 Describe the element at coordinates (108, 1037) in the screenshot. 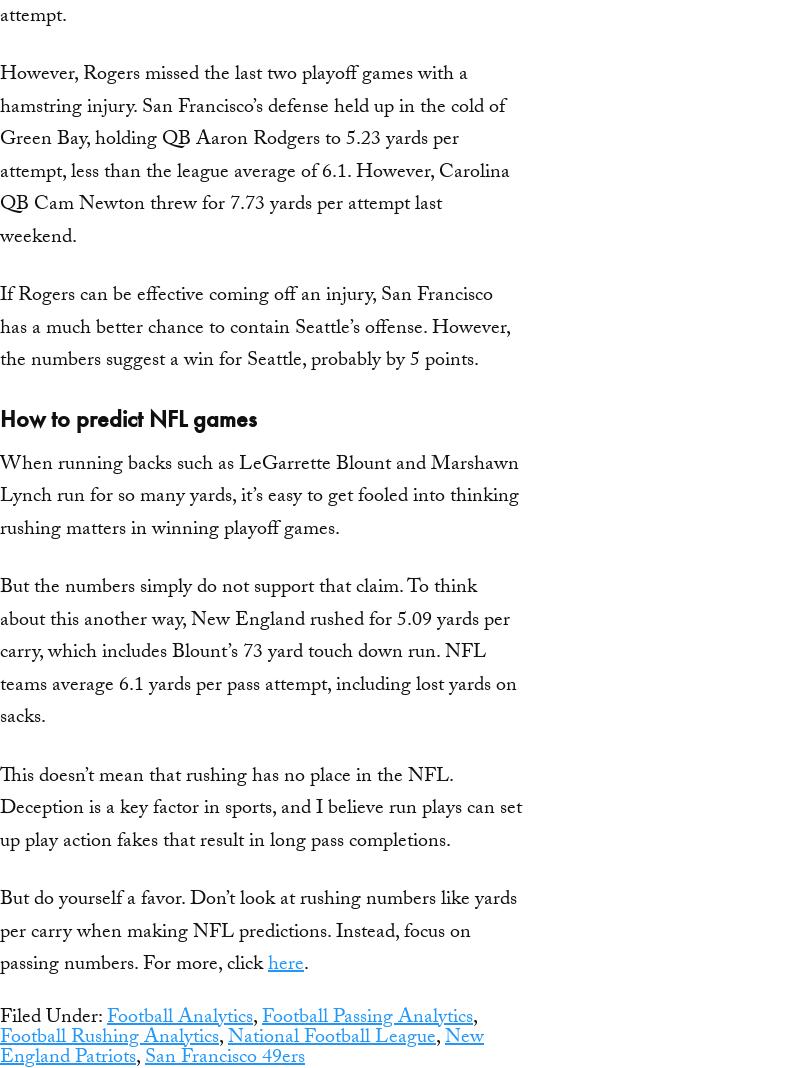

I see `'Football Rushing Analytics'` at that location.